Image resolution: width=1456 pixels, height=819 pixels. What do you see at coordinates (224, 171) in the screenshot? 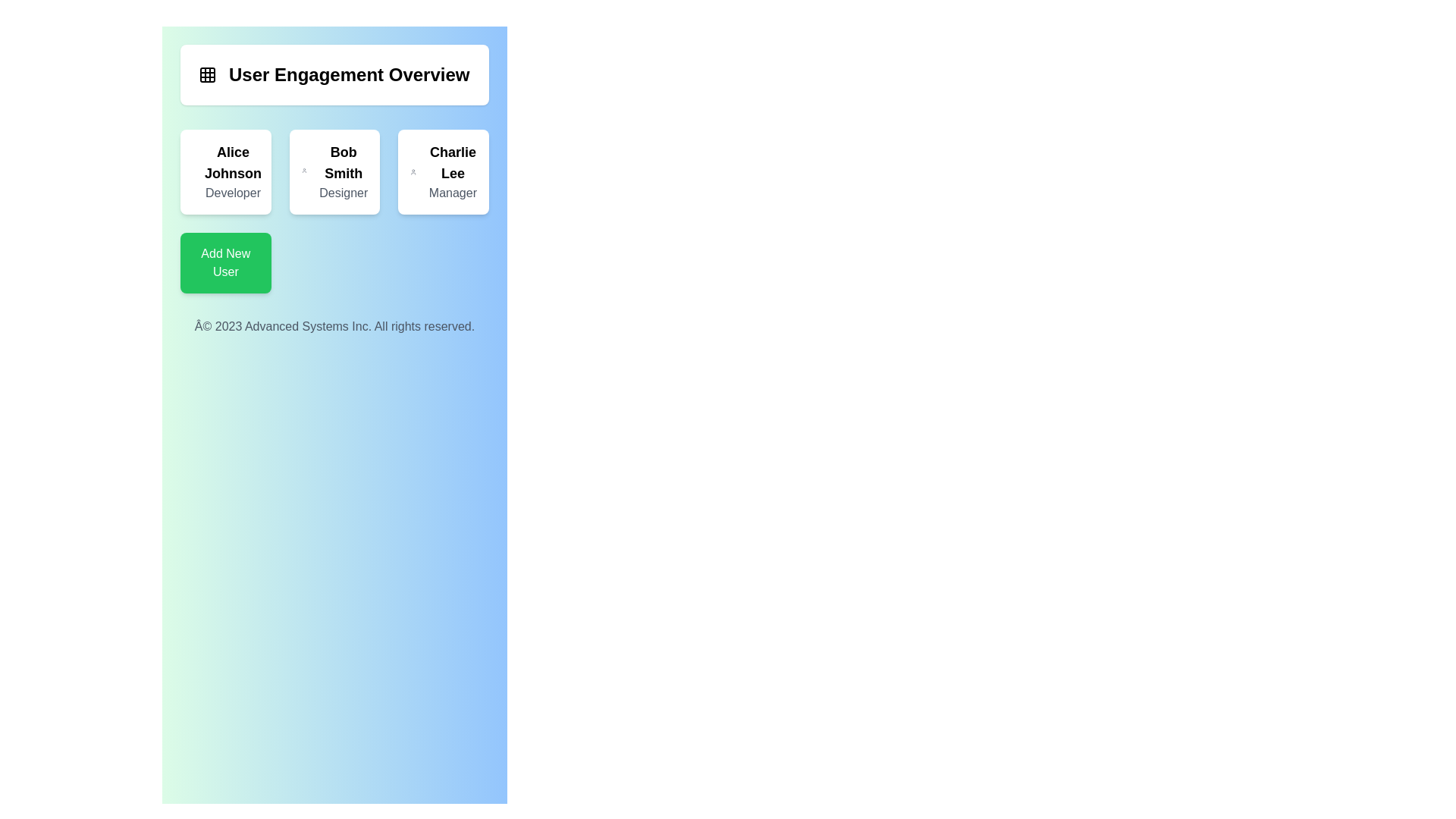
I see `the Profile Card located at the top left side of the grid below the title 'User Engagement Overview'` at bounding box center [224, 171].